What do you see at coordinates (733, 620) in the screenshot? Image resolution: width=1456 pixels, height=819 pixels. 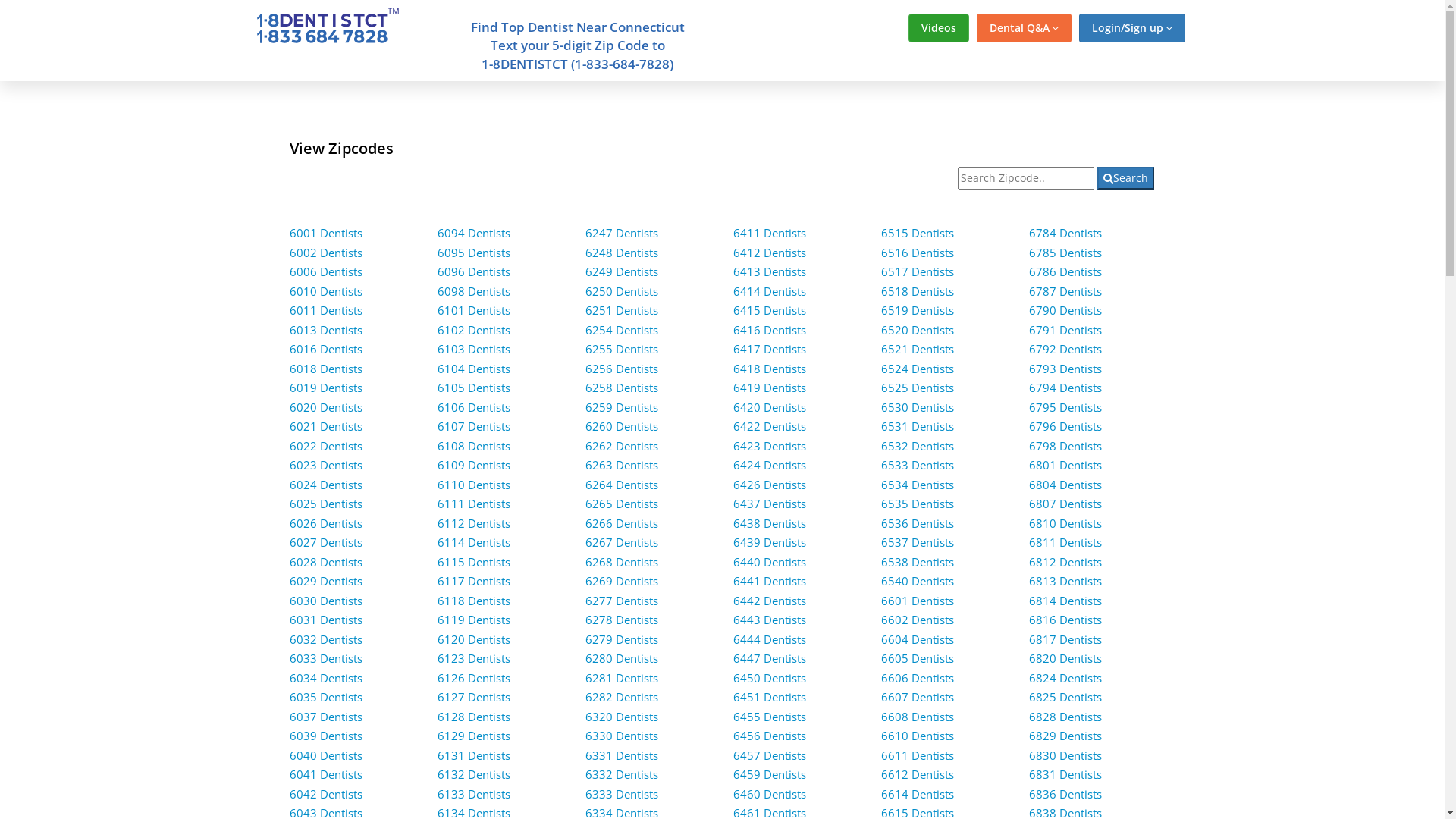 I see `'6443 Dentists'` at bounding box center [733, 620].